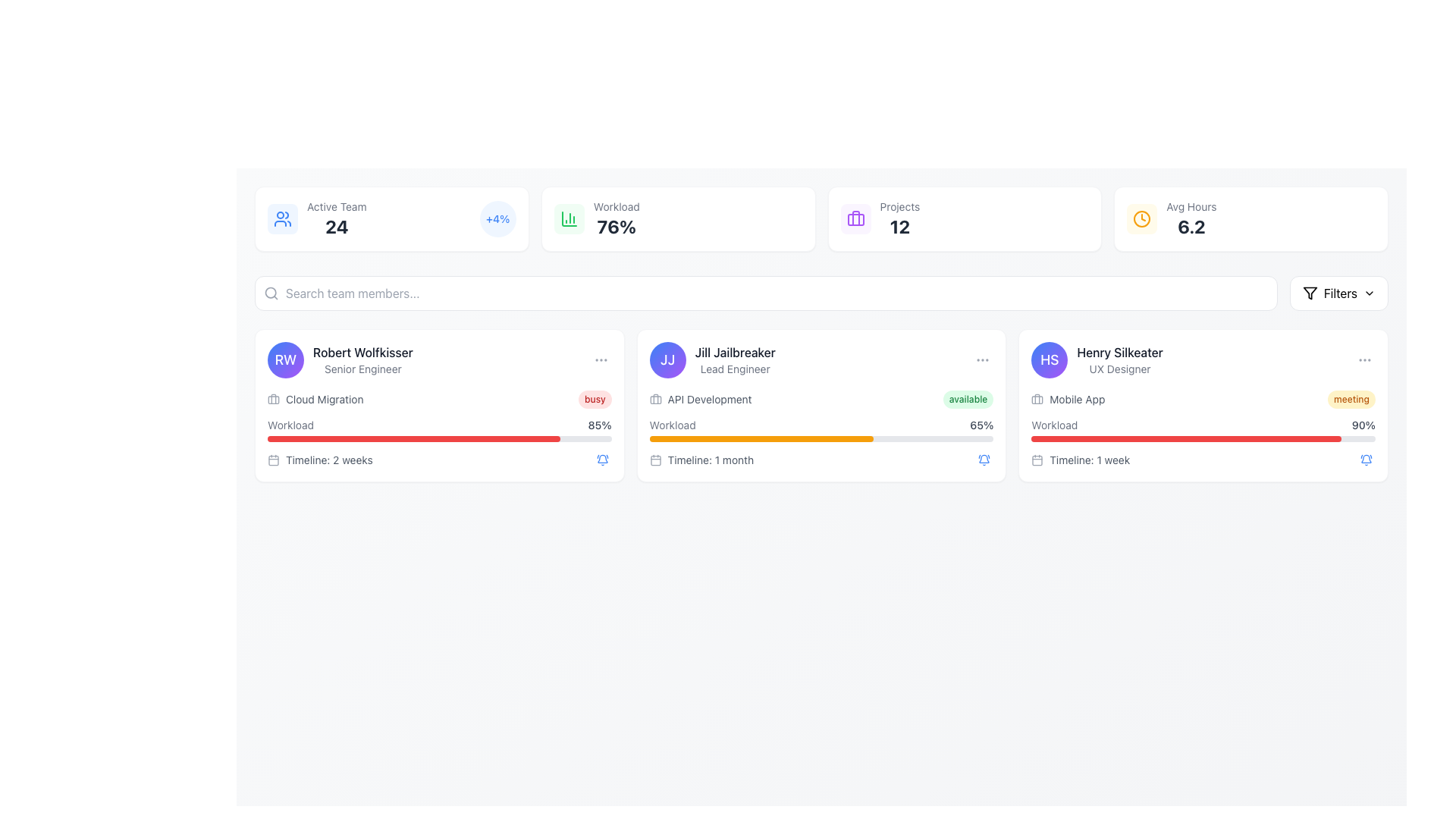 The image size is (1456, 819). What do you see at coordinates (319, 459) in the screenshot?
I see `the text label with an icon located in the bottom-left section of Robert Wolfkisser's card, right below the workload bar` at bounding box center [319, 459].